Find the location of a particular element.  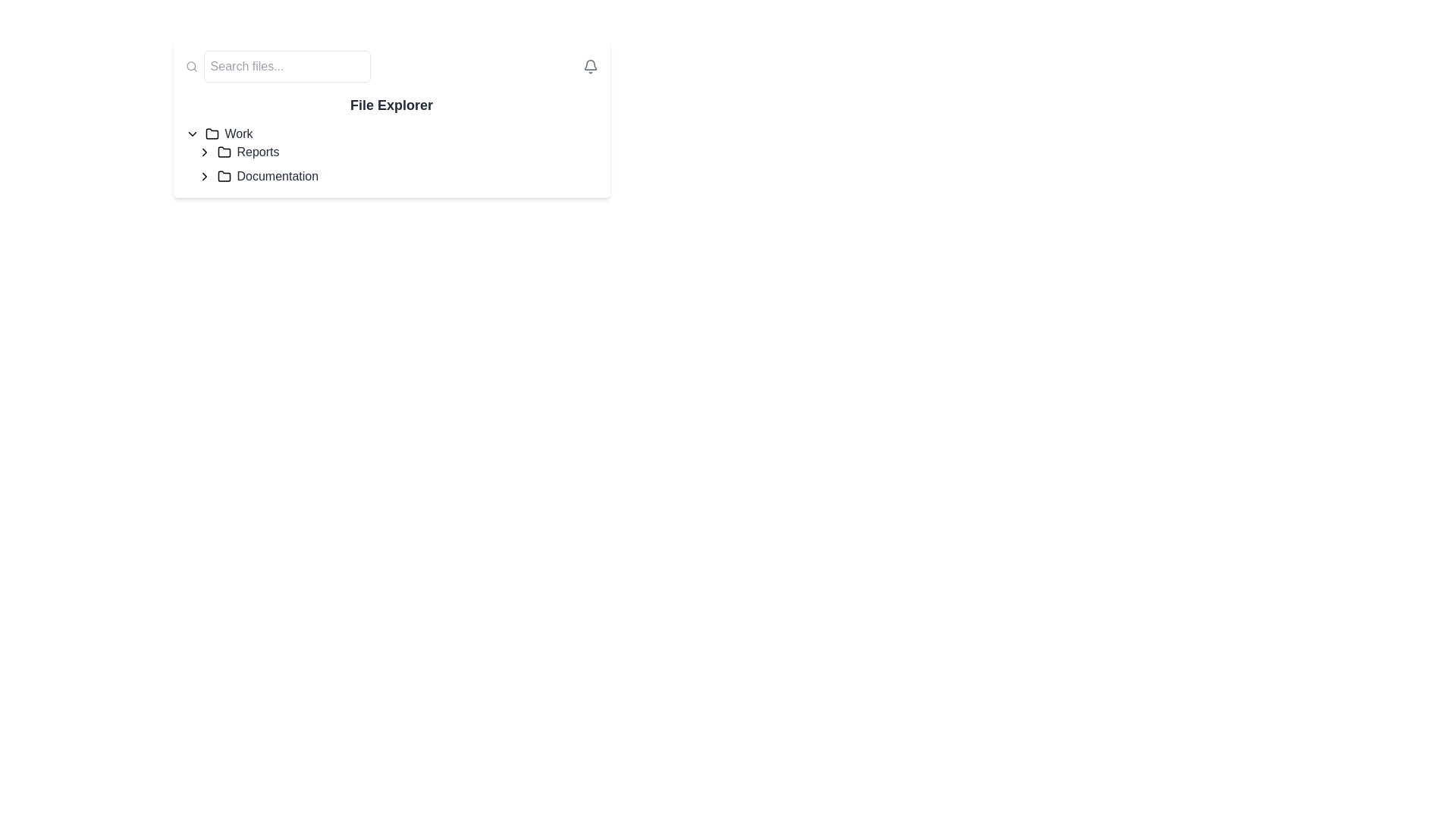

the static text label 'Reports' is located at coordinates (258, 152).